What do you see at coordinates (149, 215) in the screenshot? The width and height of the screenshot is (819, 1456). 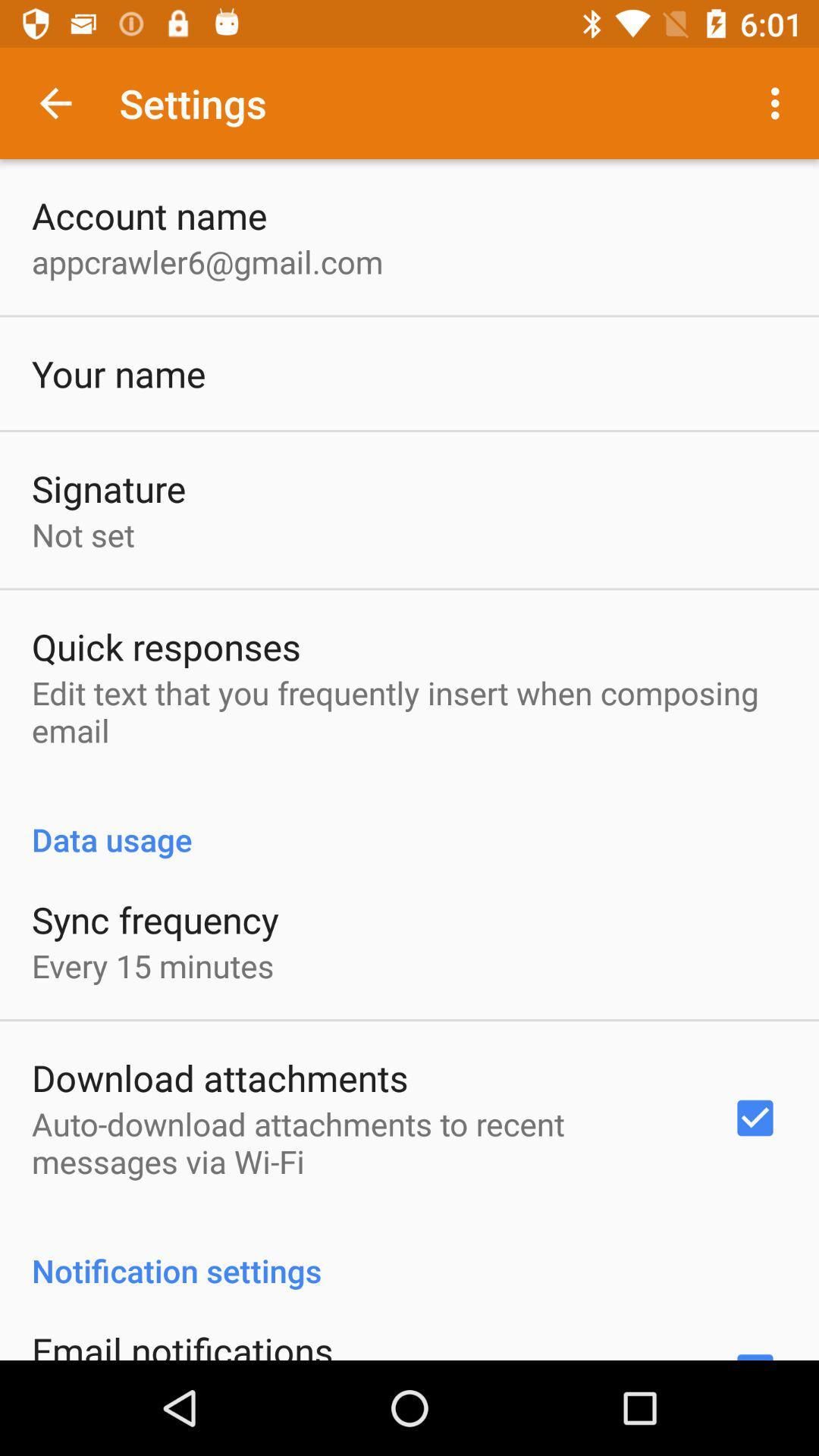 I see `the account name icon` at bounding box center [149, 215].